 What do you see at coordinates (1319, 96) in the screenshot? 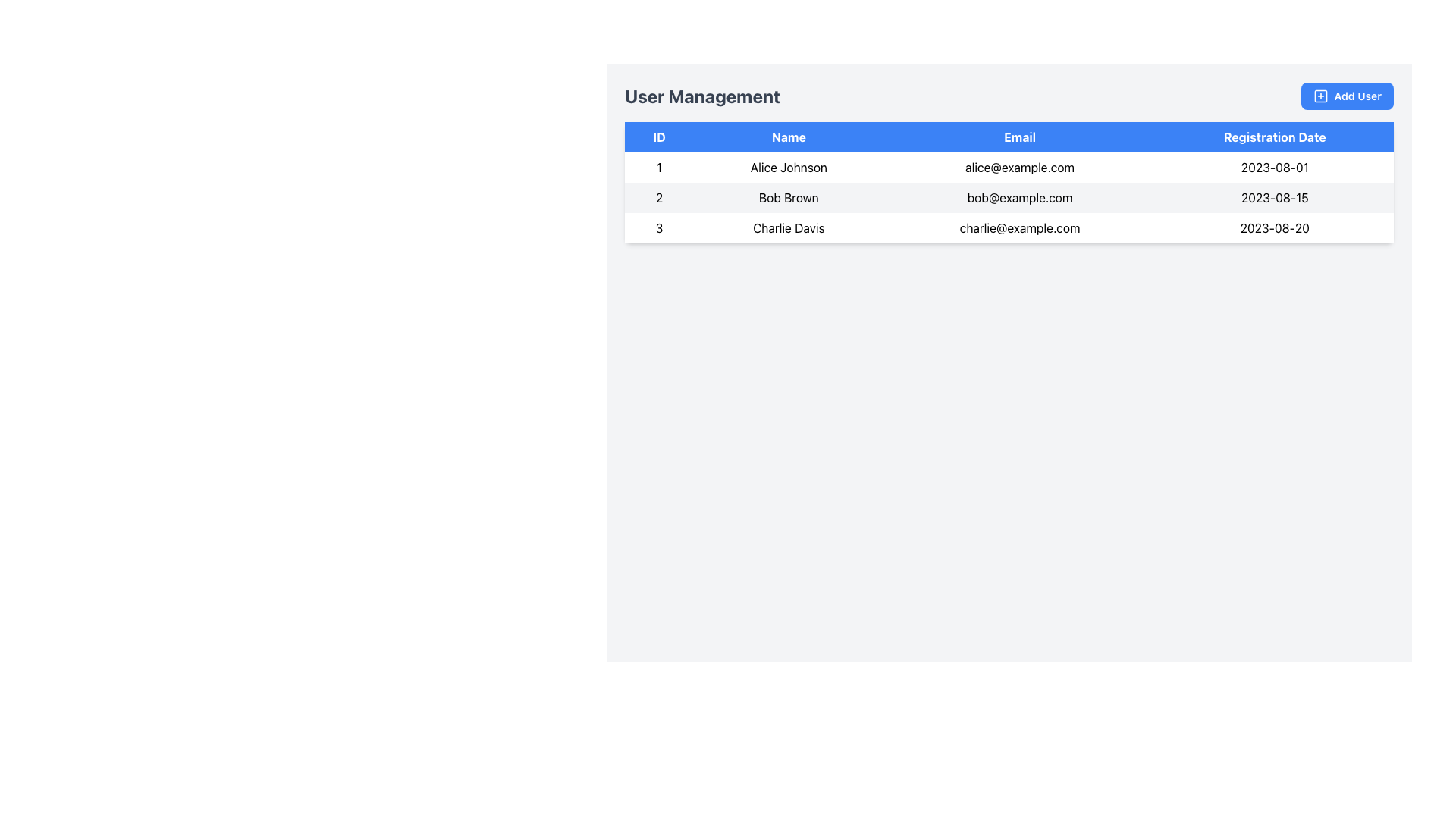
I see `the blue square button-like icon with a white plus symbol that is part of the 'Add User' button located in the top-right corner of the user management interface` at bounding box center [1319, 96].